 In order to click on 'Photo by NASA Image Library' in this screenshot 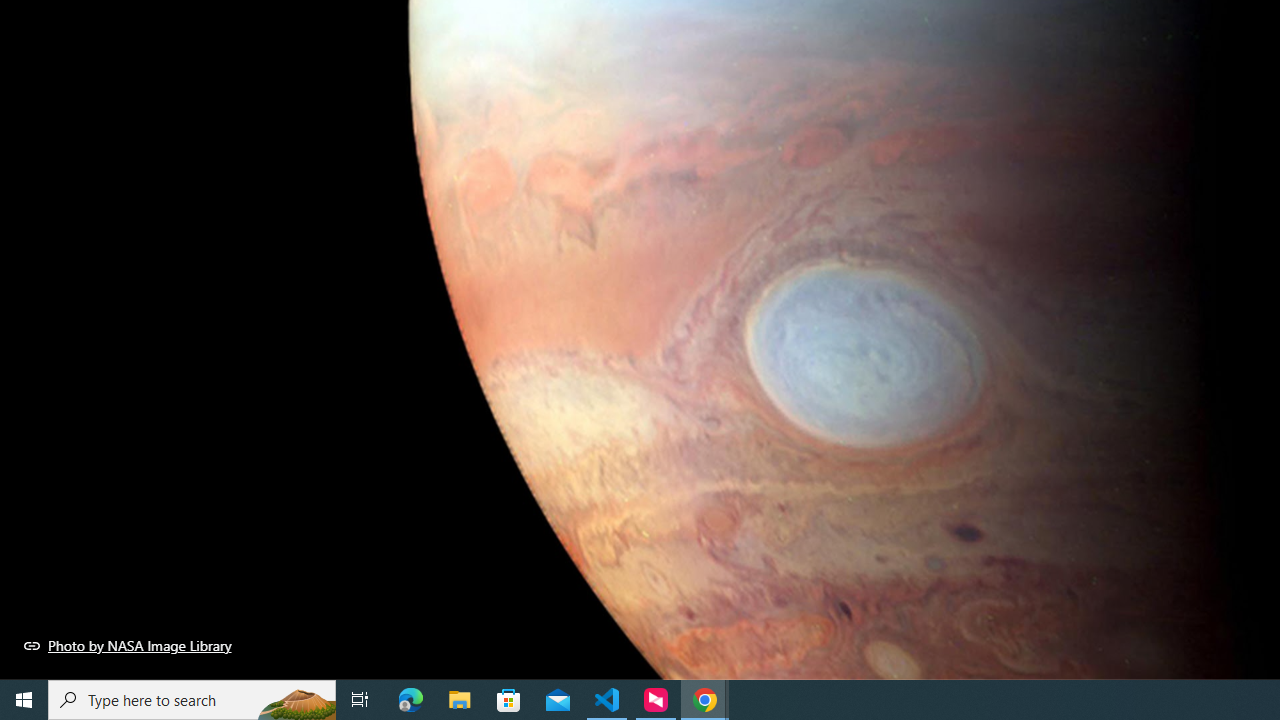, I will do `click(127, 645)`.